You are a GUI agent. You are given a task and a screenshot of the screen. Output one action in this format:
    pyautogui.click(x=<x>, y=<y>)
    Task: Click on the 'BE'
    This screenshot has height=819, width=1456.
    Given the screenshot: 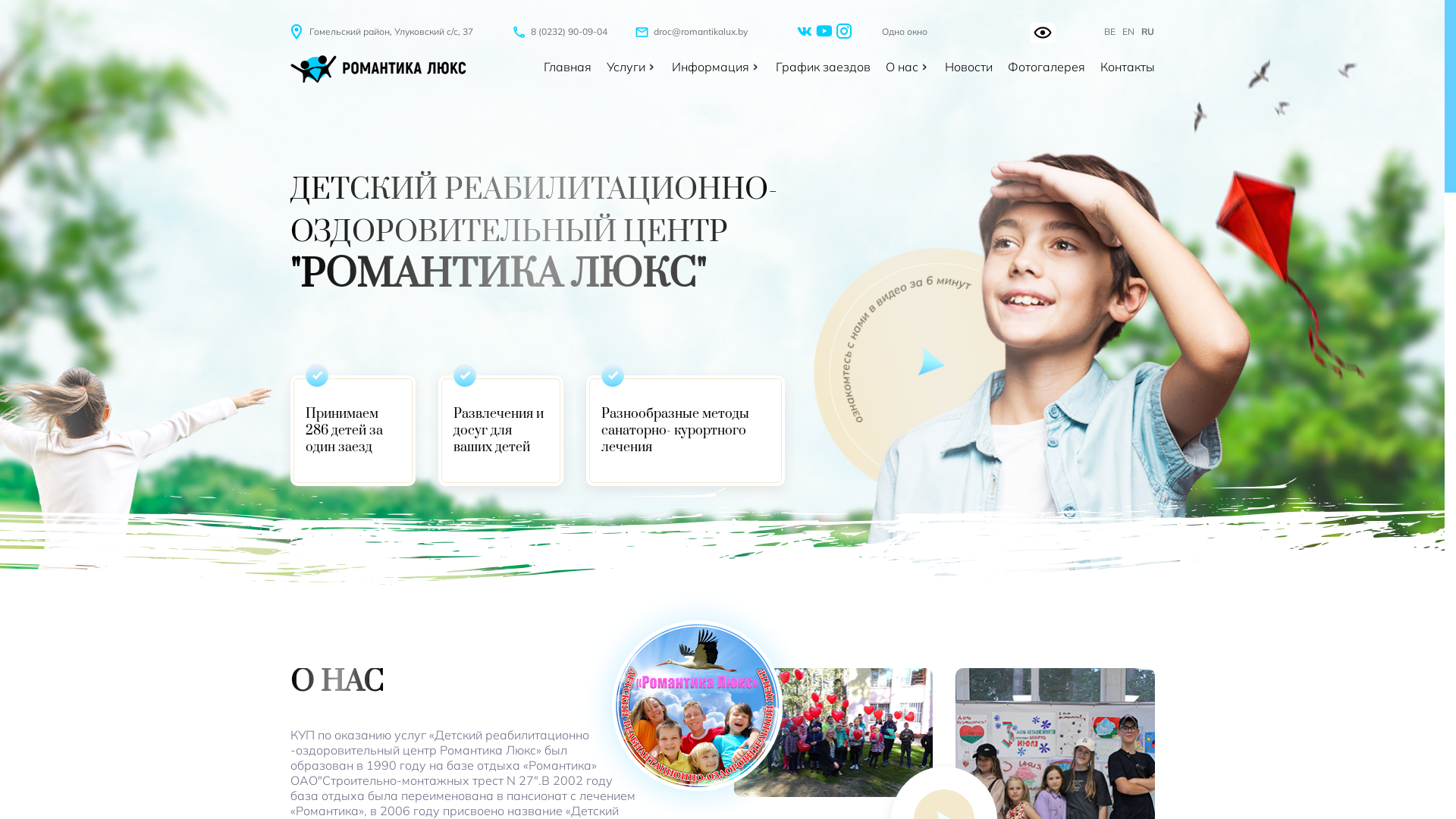 What is the action you would take?
    pyautogui.click(x=1109, y=32)
    